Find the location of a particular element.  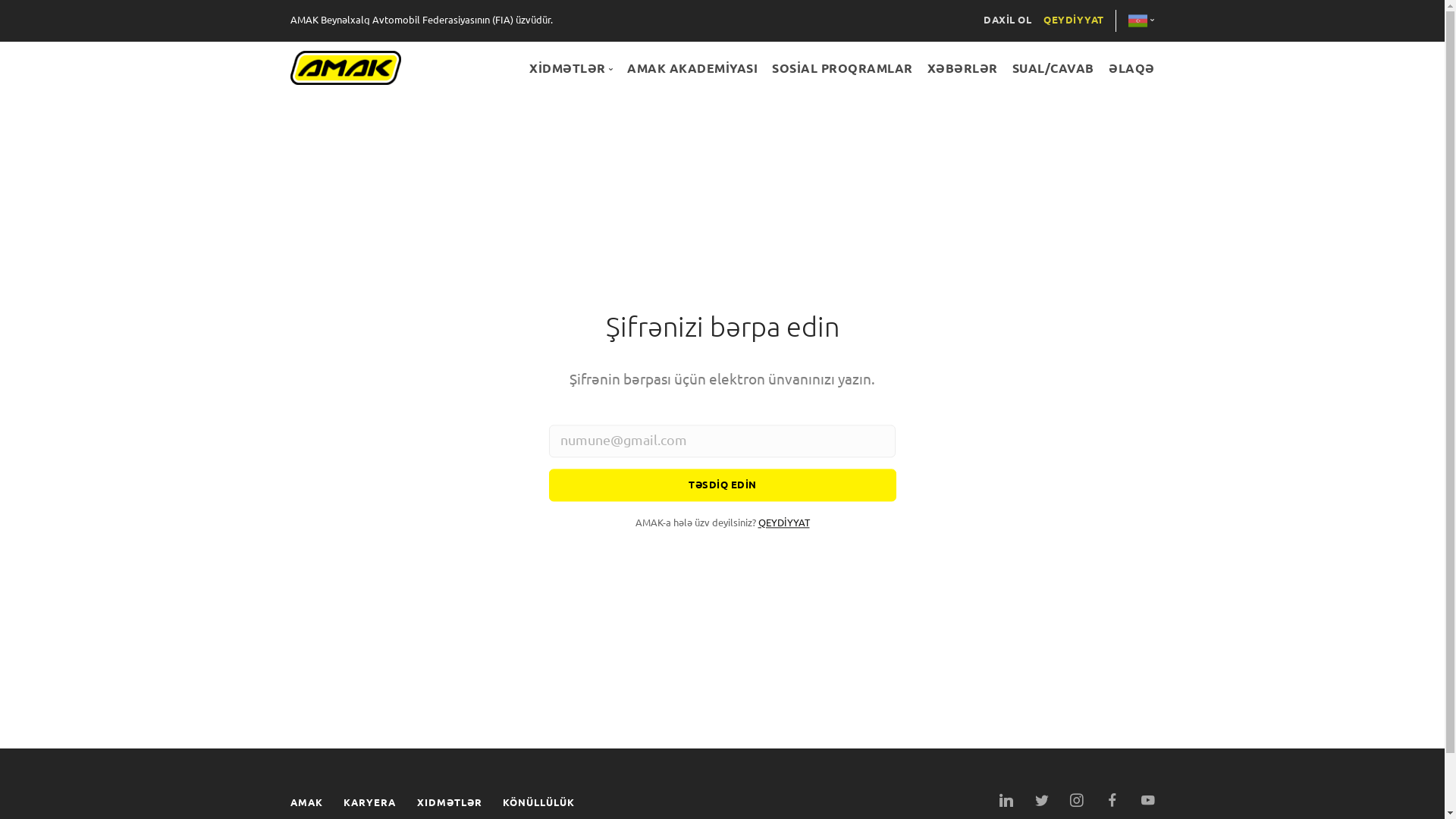

'AMAK' is located at coordinates (290, 802).